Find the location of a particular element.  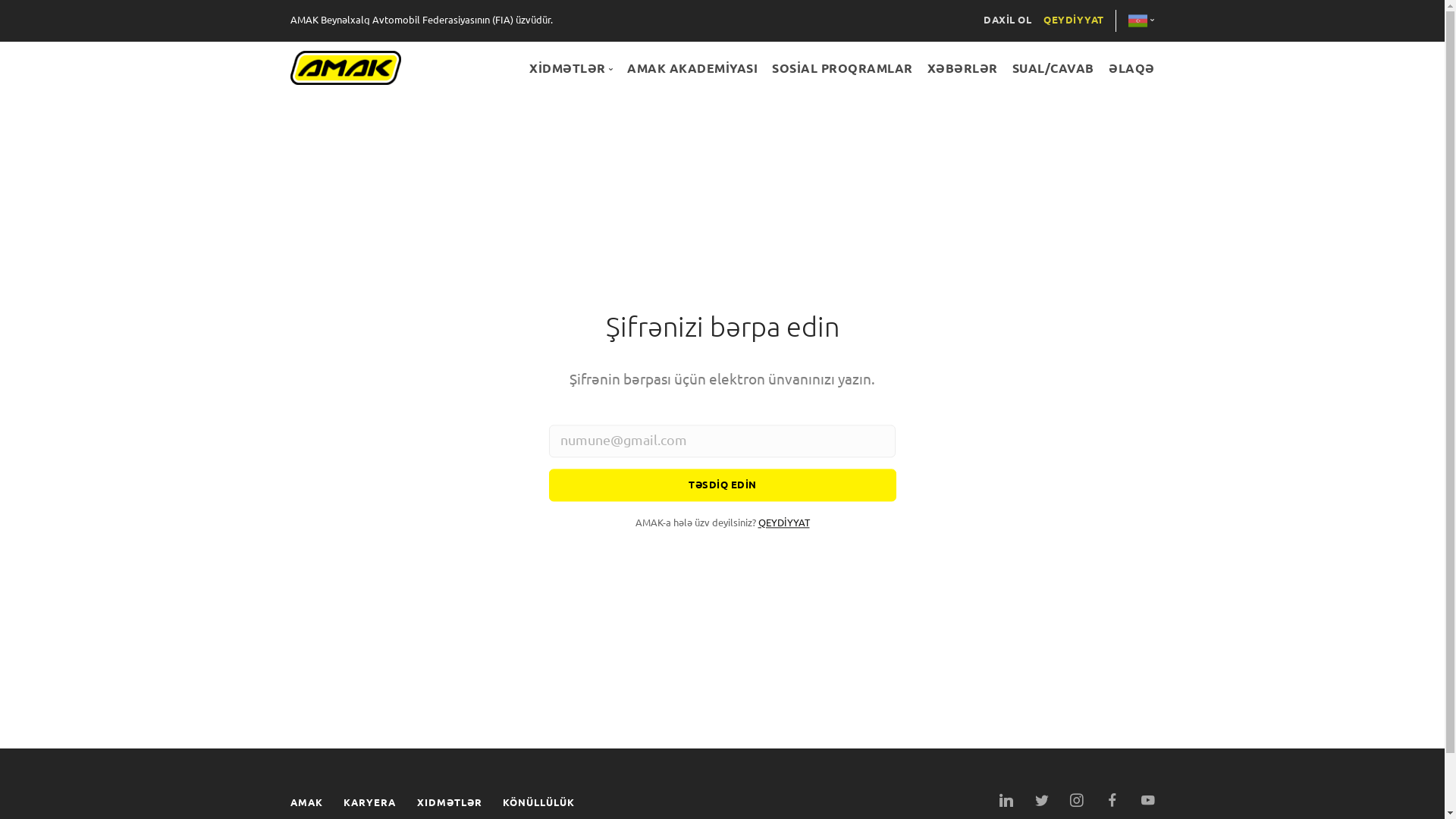

'AMAK' is located at coordinates (290, 802).